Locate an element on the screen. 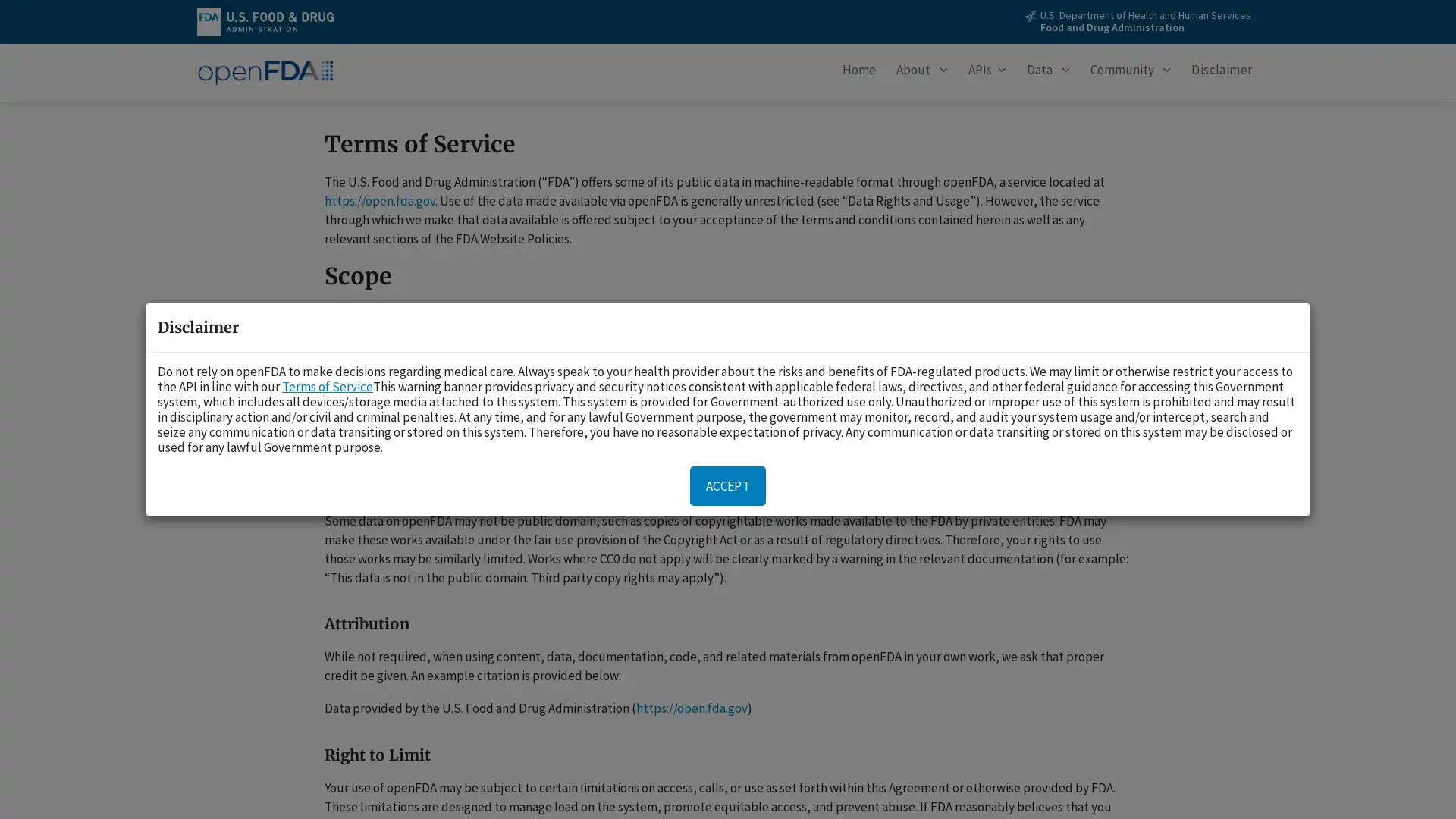 The height and width of the screenshot is (819, 1456). Disclaimer is located at coordinates (1222, 73).